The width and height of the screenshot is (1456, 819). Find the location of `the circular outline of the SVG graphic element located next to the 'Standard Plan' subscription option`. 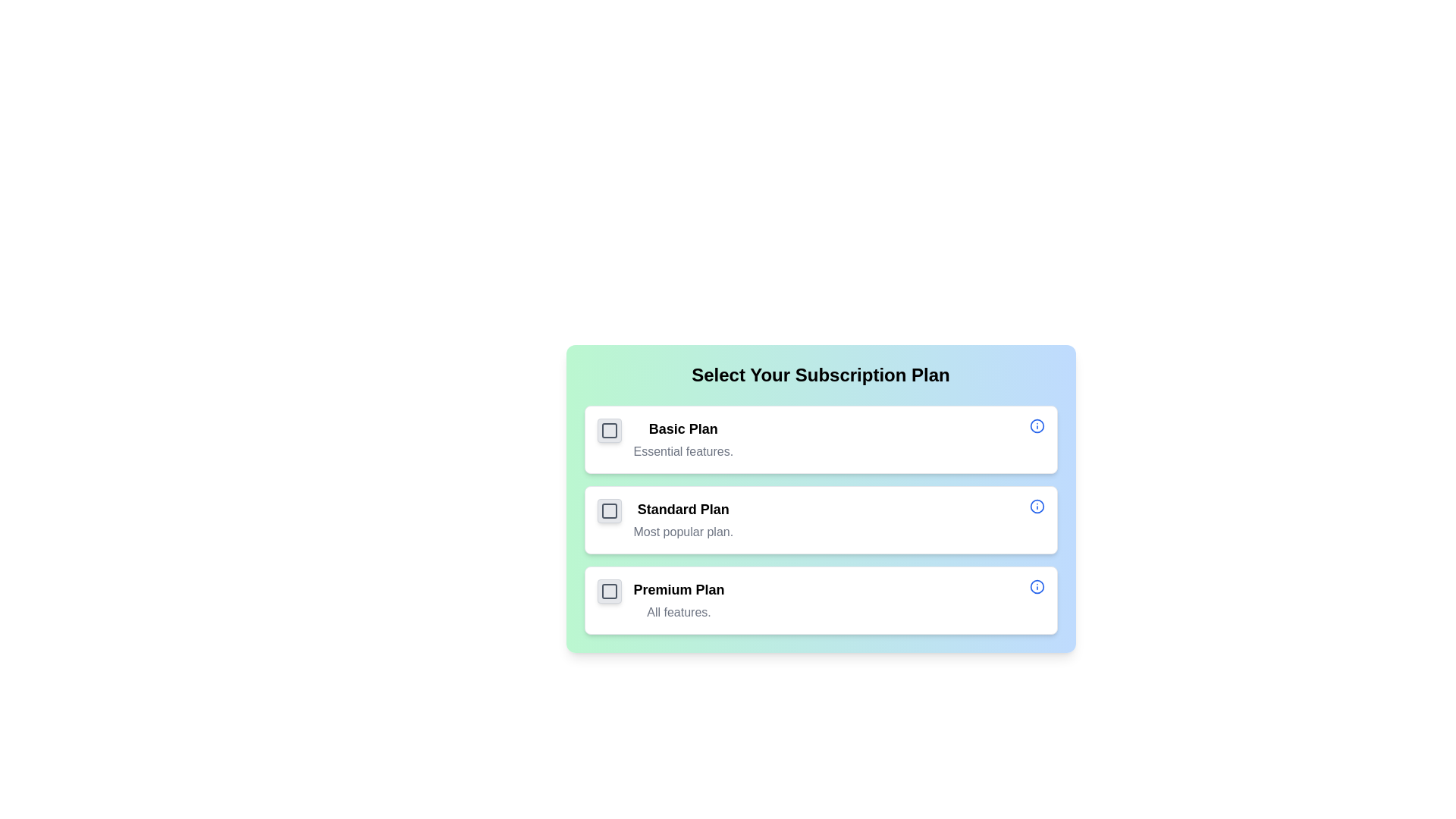

the circular outline of the SVG graphic element located next to the 'Standard Plan' subscription option is located at coordinates (1036, 506).